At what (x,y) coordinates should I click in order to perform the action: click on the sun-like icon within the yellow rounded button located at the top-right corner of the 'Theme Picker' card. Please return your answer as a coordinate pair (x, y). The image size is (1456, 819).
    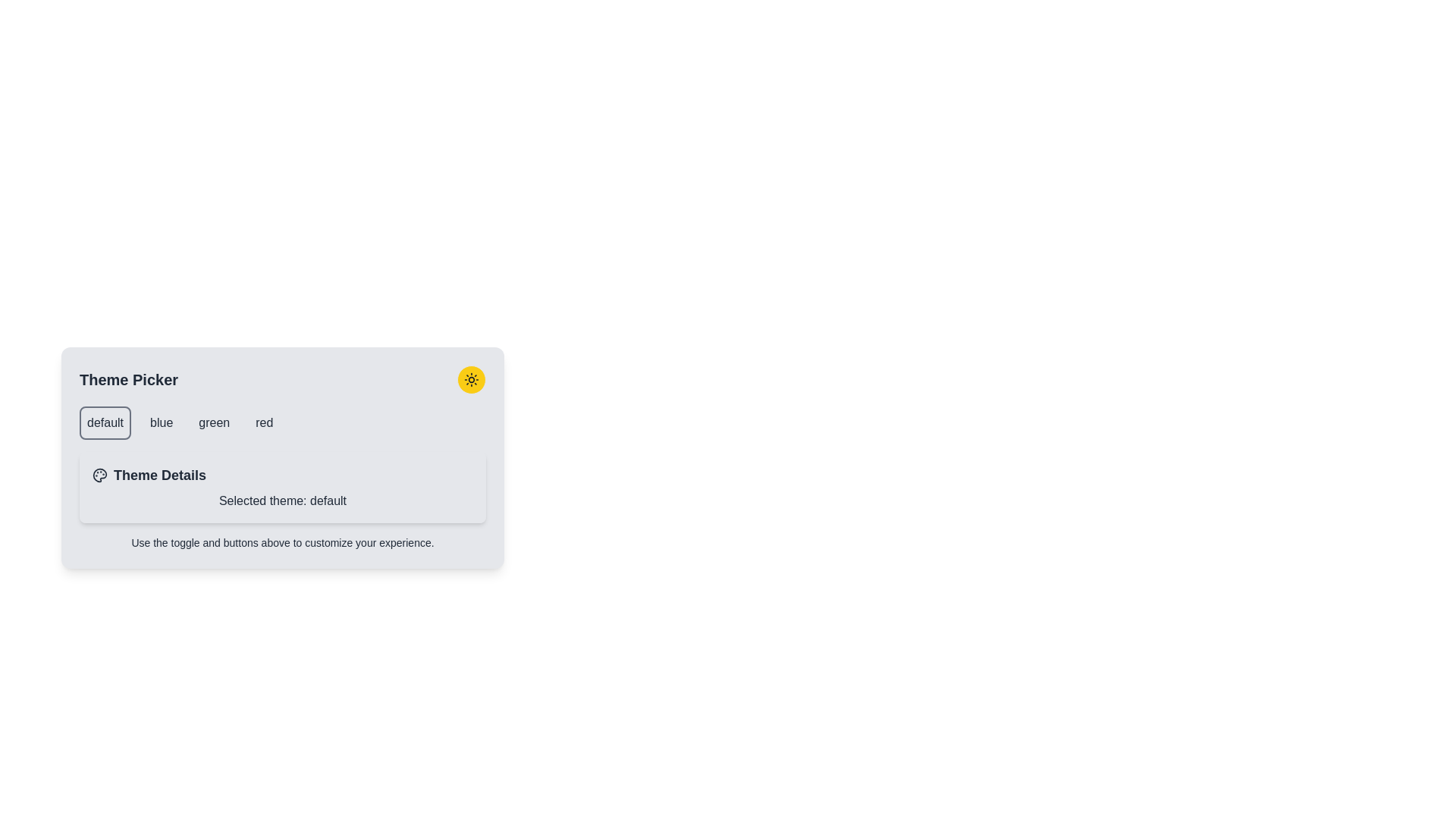
    Looking at the image, I should click on (471, 379).